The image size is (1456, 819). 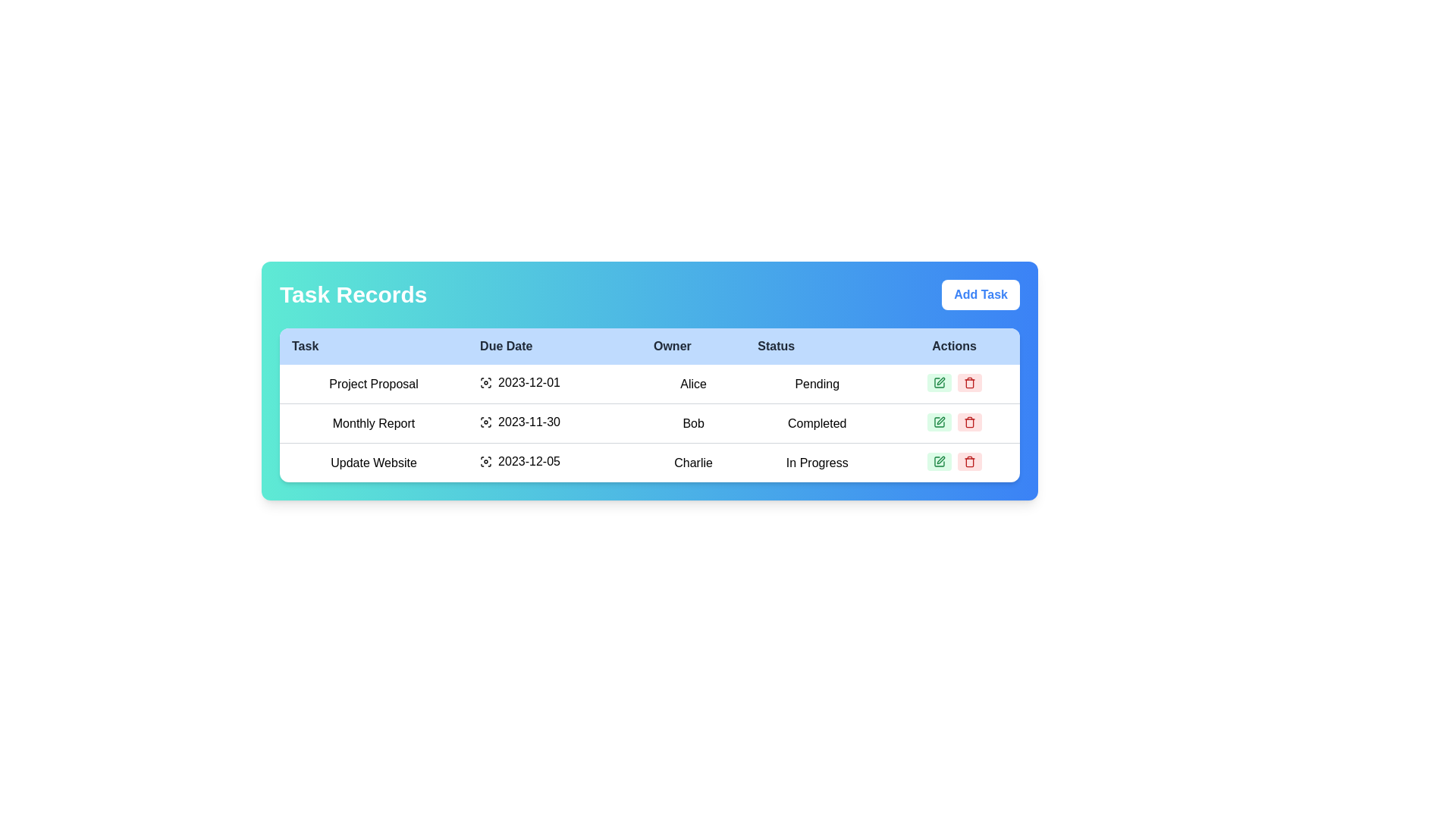 What do you see at coordinates (938, 422) in the screenshot?
I see `the 'Edit' button in the Actions column for the task 'Monthly Report' associated with 'Bob'` at bounding box center [938, 422].